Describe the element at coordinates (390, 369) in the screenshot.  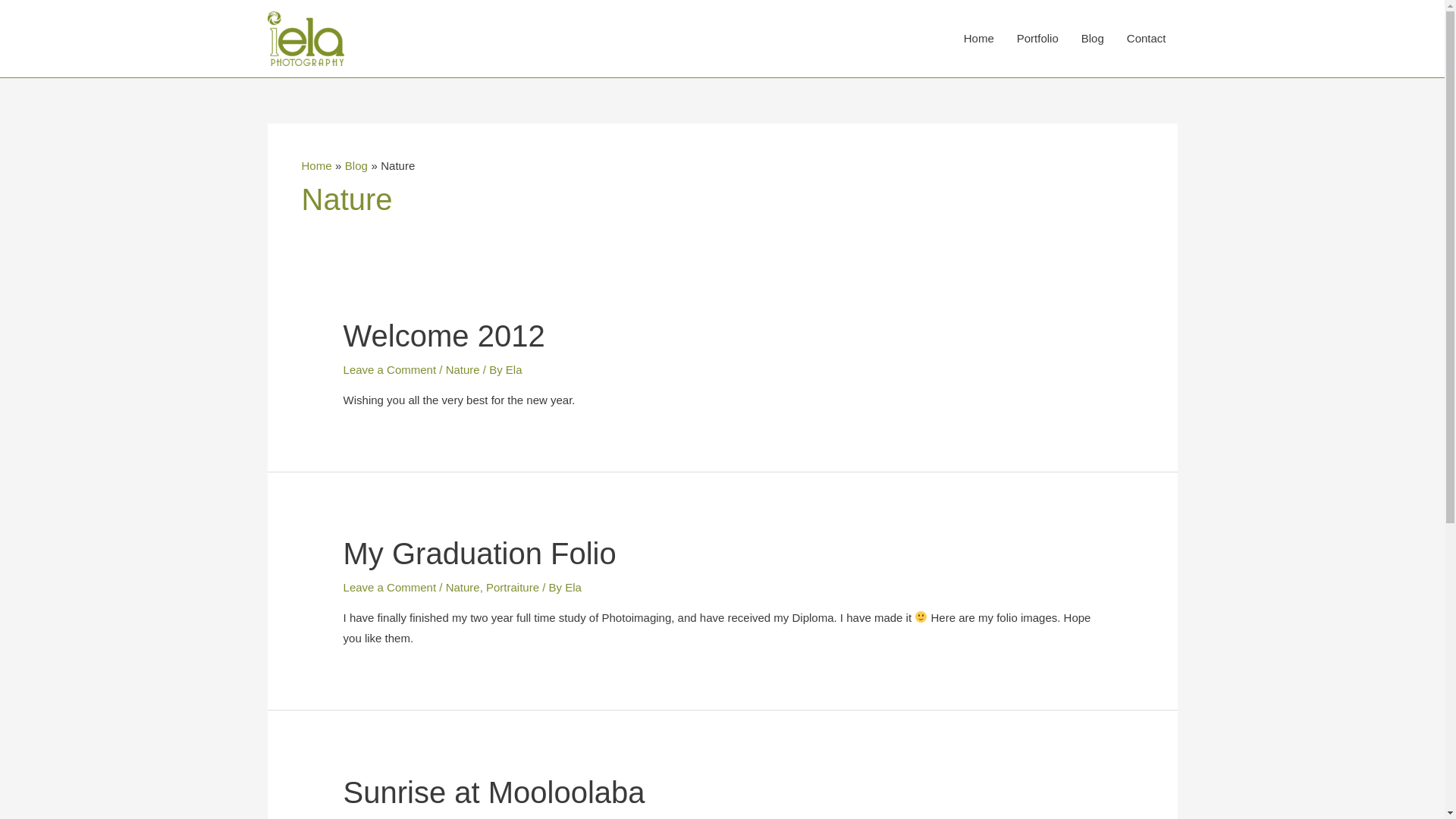
I see `'Leave a Comment'` at that location.